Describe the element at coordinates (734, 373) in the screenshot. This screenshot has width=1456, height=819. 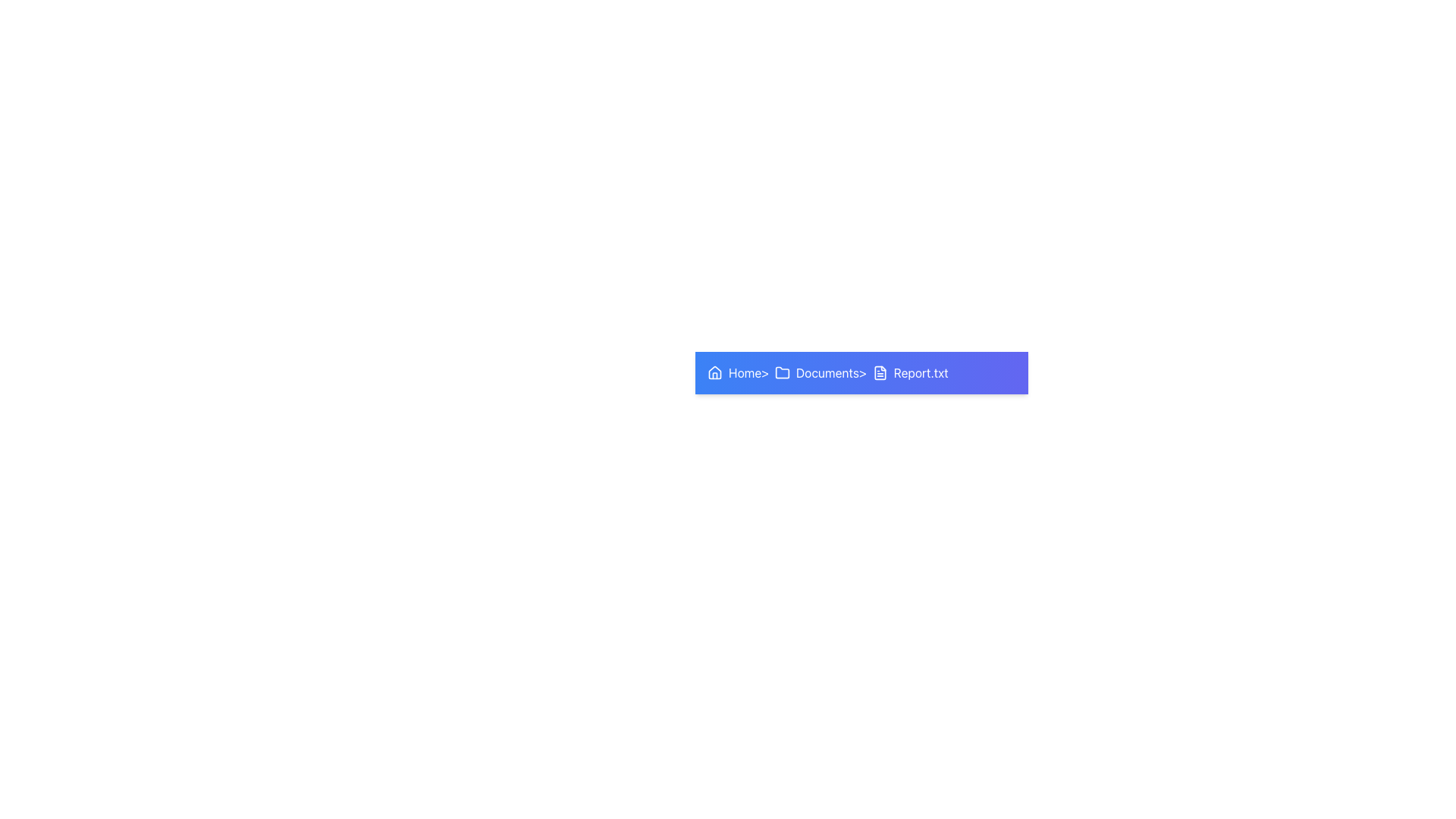
I see `the home navigation button, which is the first element in the breadcrumb navigation links` at that location.